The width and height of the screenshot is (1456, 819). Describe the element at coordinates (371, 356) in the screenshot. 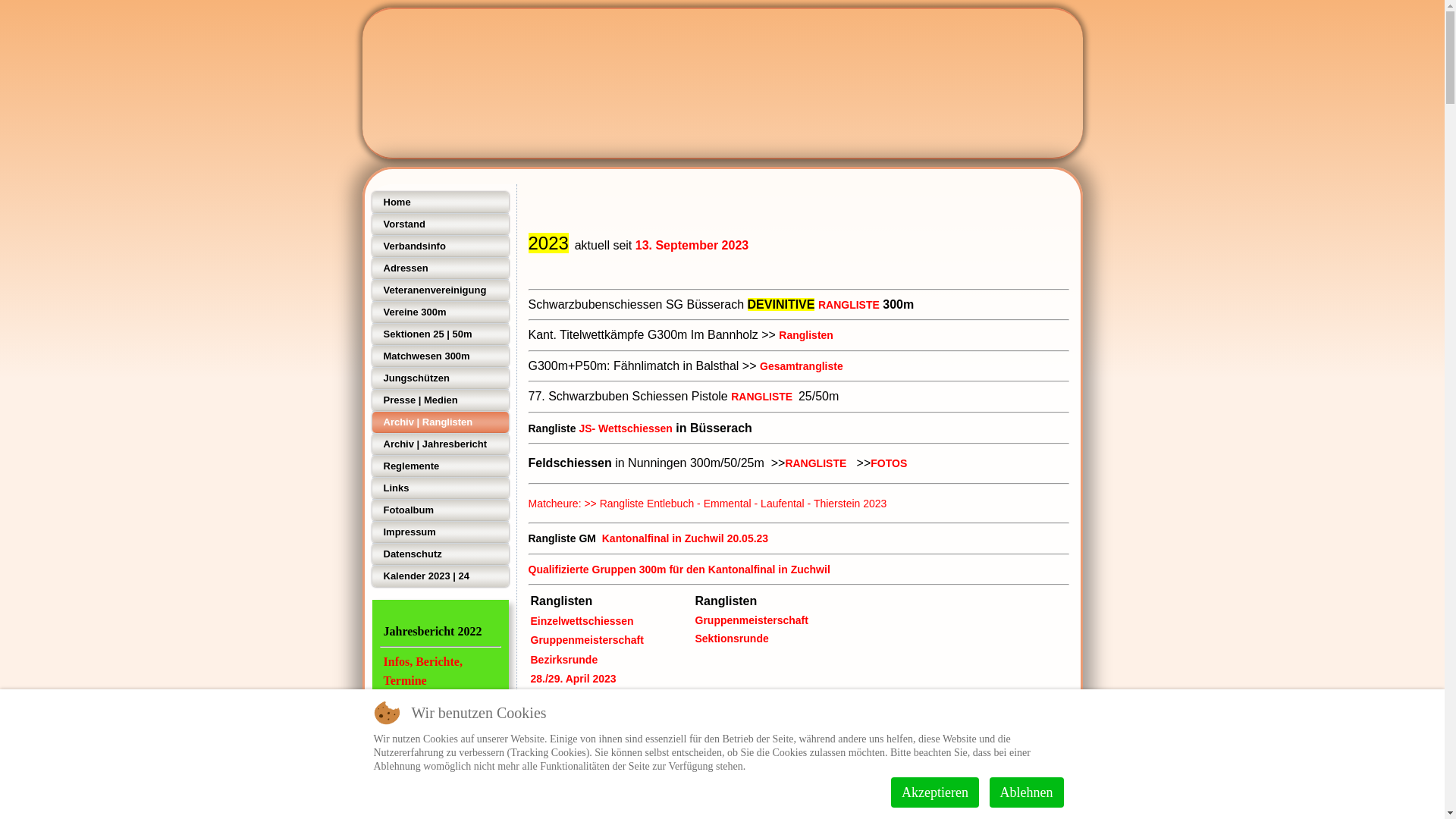

I see `'Matchwesen 300m'` at that location.